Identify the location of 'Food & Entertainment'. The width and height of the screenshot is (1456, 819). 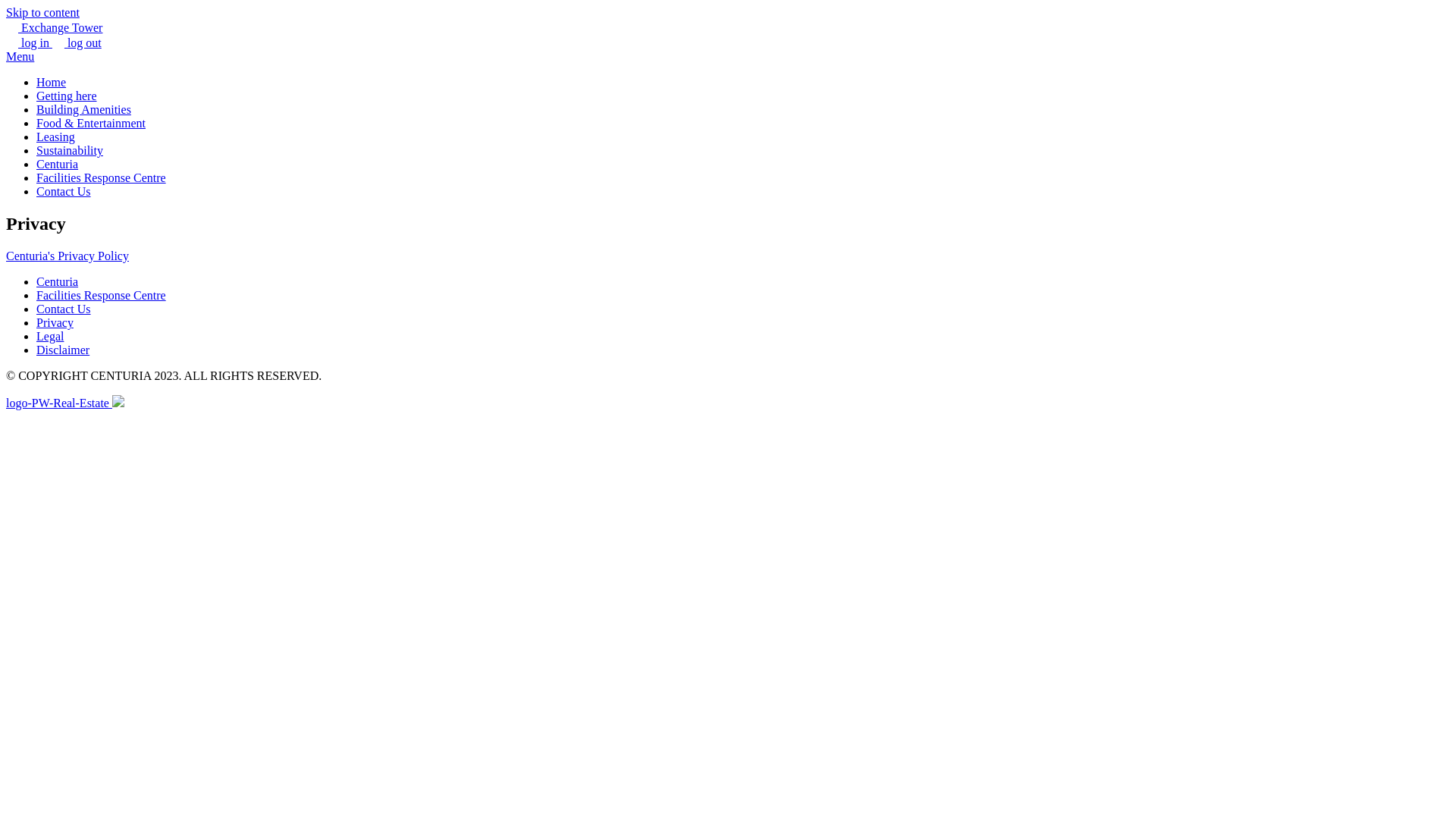
(90, 122).